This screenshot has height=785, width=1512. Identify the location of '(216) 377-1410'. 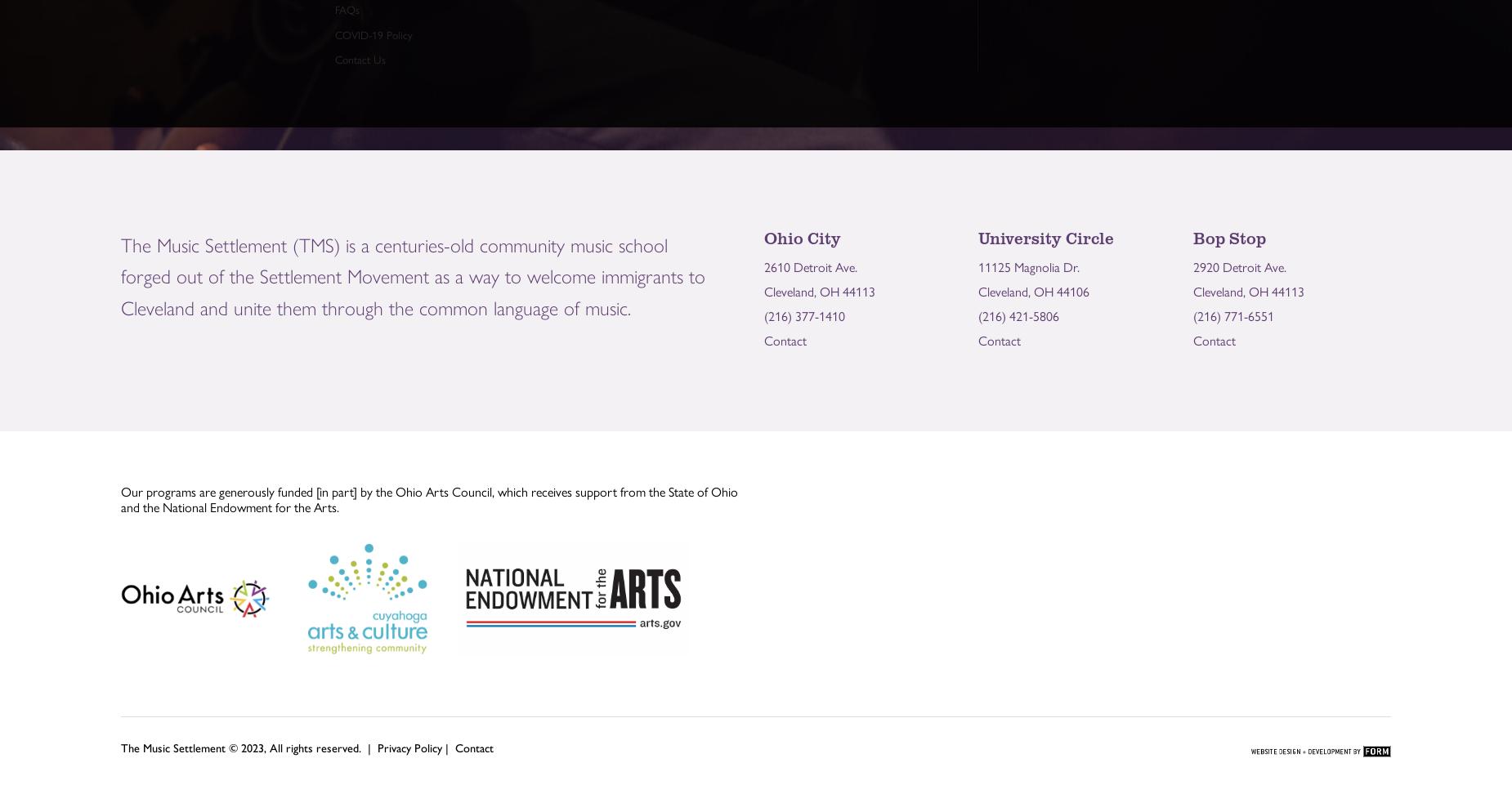
(803, 314).